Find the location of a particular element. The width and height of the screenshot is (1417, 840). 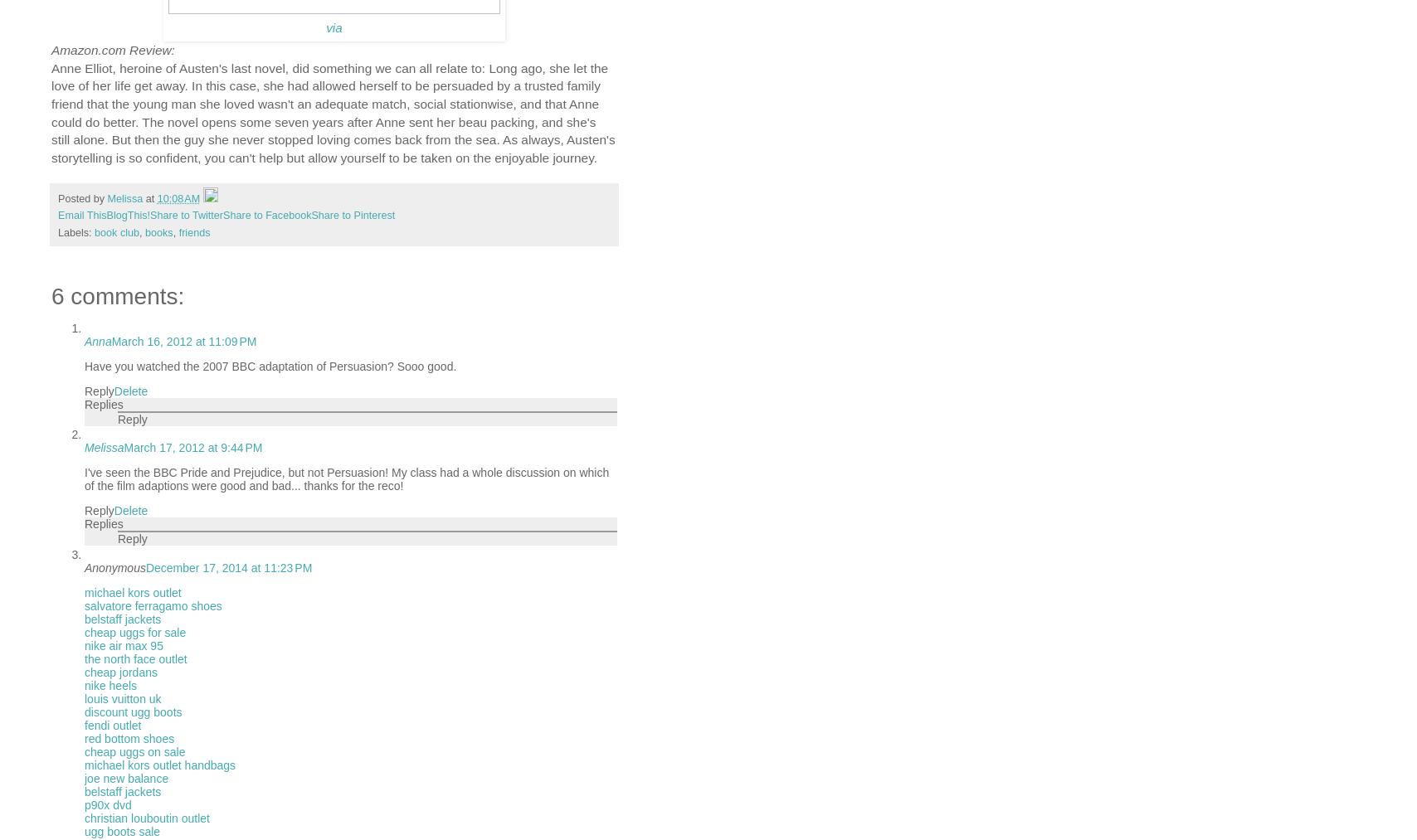

'joe new balance' is located at coordinates (126, 778).